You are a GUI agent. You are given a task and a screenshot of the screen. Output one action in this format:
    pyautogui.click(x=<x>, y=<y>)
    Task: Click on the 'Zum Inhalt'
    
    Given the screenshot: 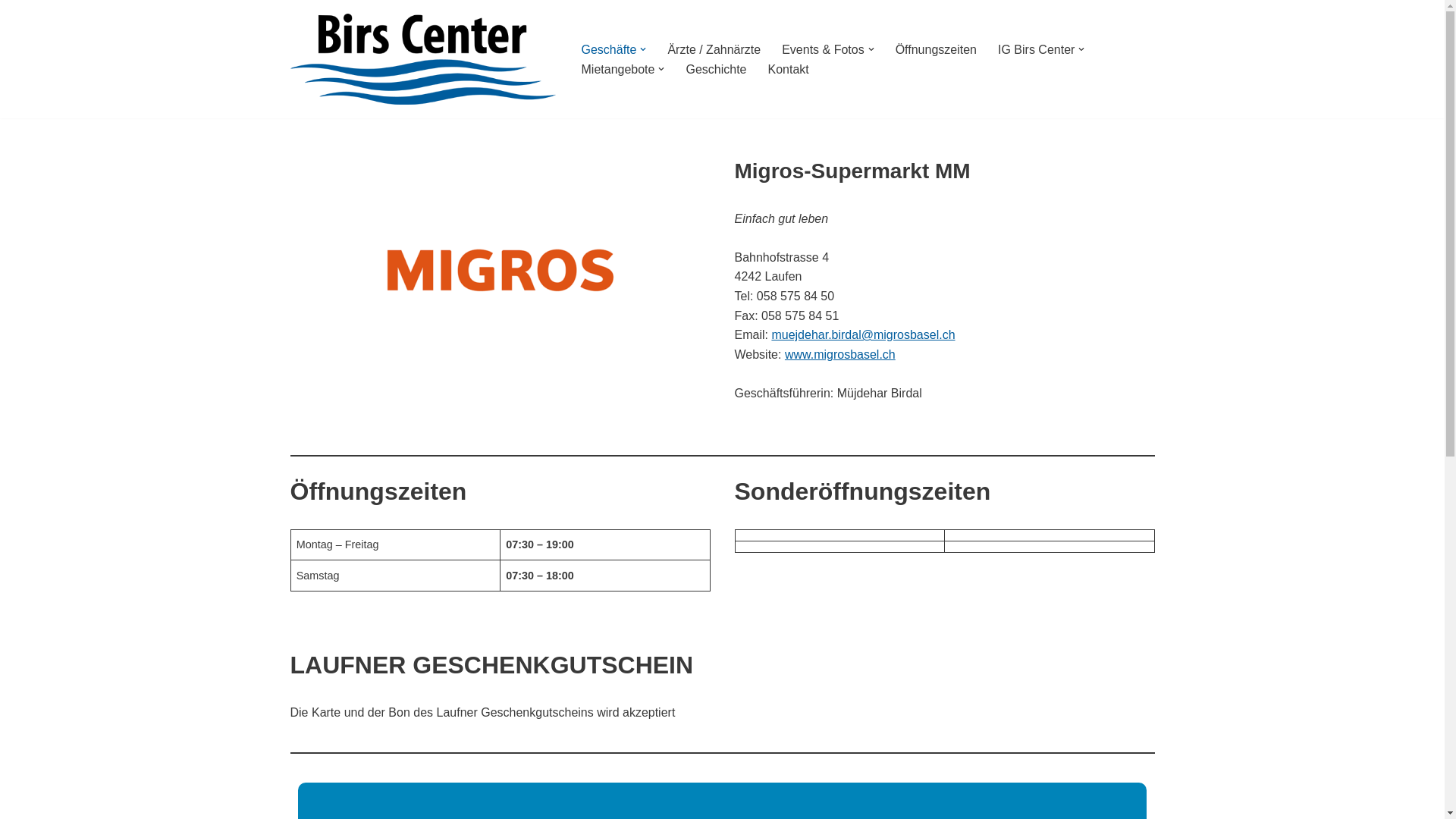 What is the action you would take?
    pyautogui.click(x=11, y=32)
    